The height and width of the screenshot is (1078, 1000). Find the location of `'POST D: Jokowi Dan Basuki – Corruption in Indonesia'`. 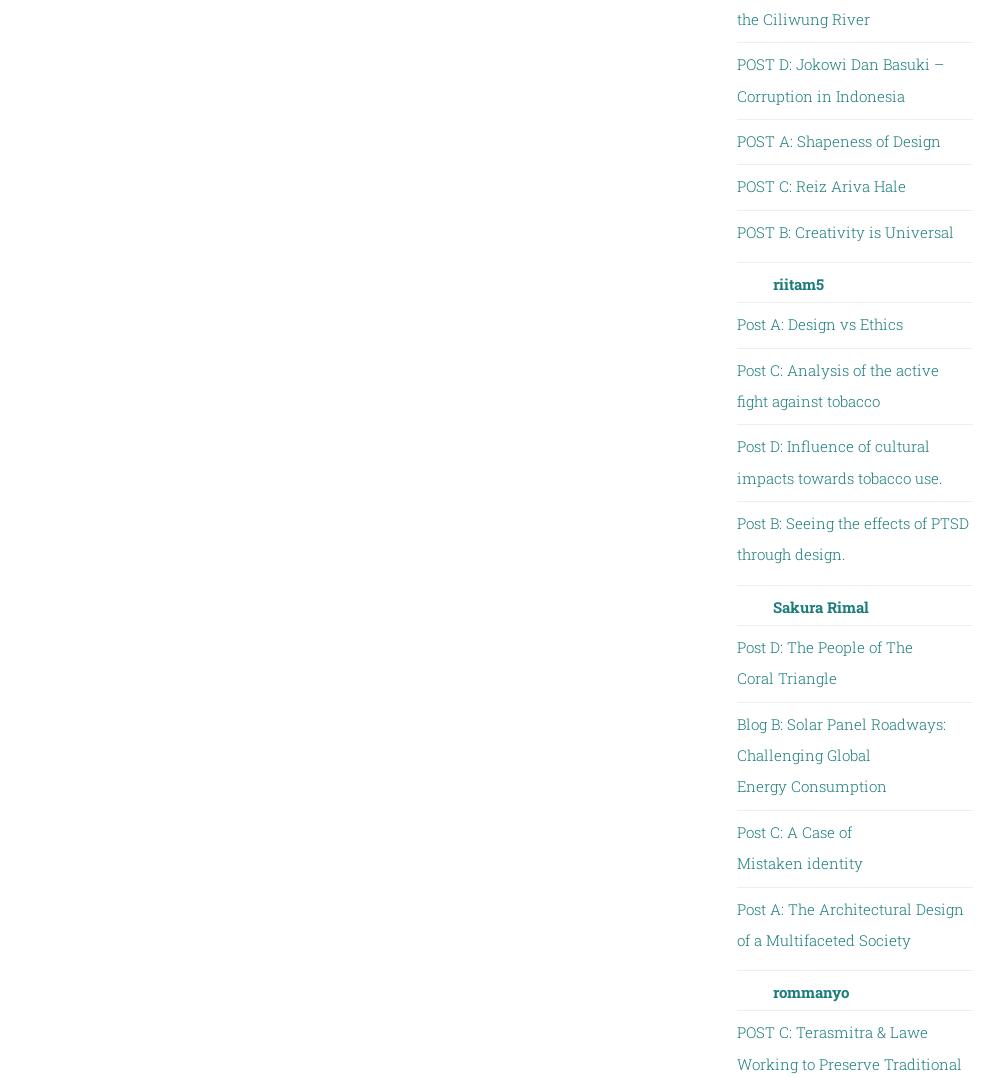

'POST D: Jokowi Dan Basuki – Corruption in Indonesia' is located at coordinates (838, 78).